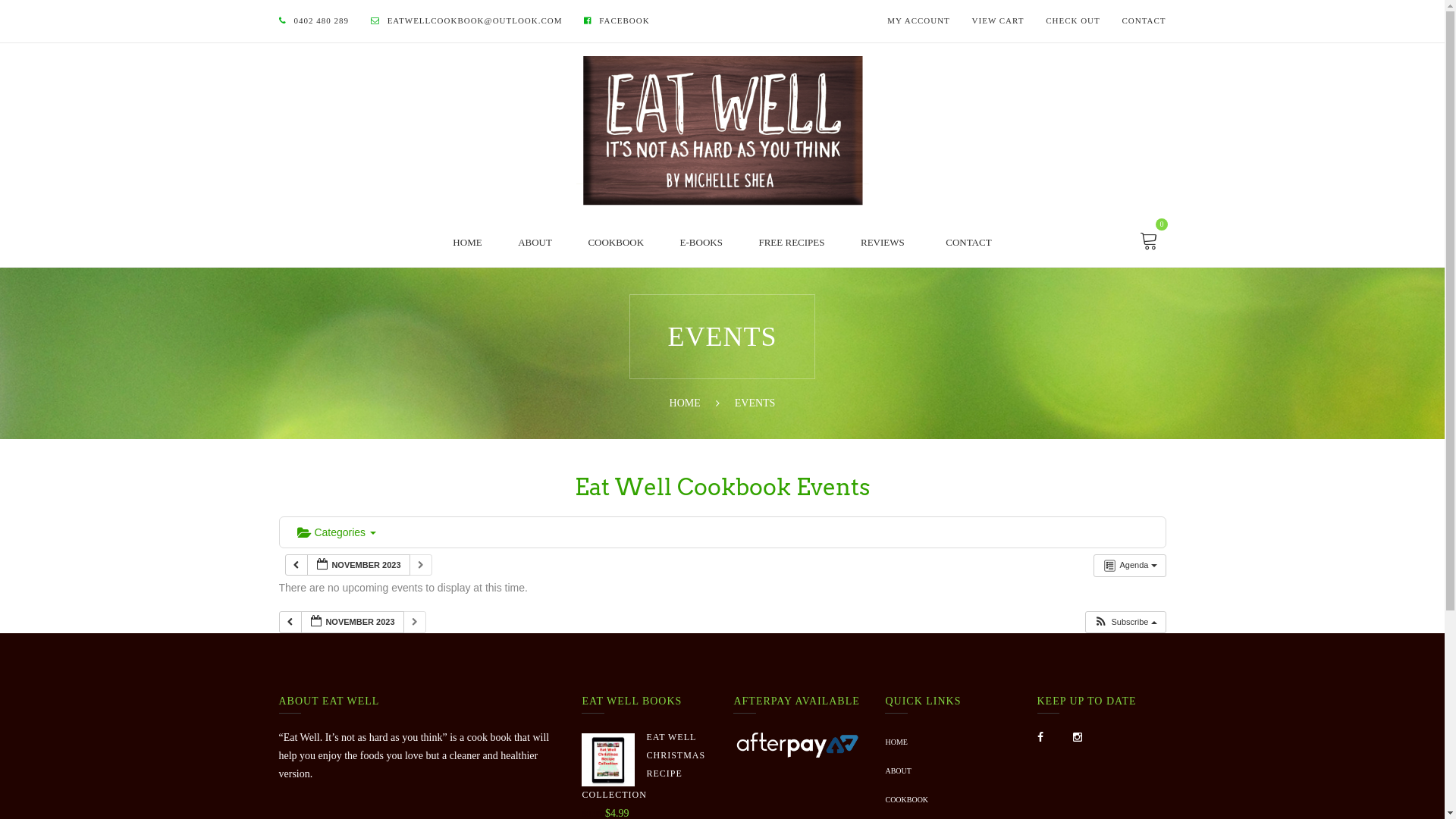  I want to click on 'EATWELLCOOKBOOK@OUTLOOK.COM', so click(474, 20).